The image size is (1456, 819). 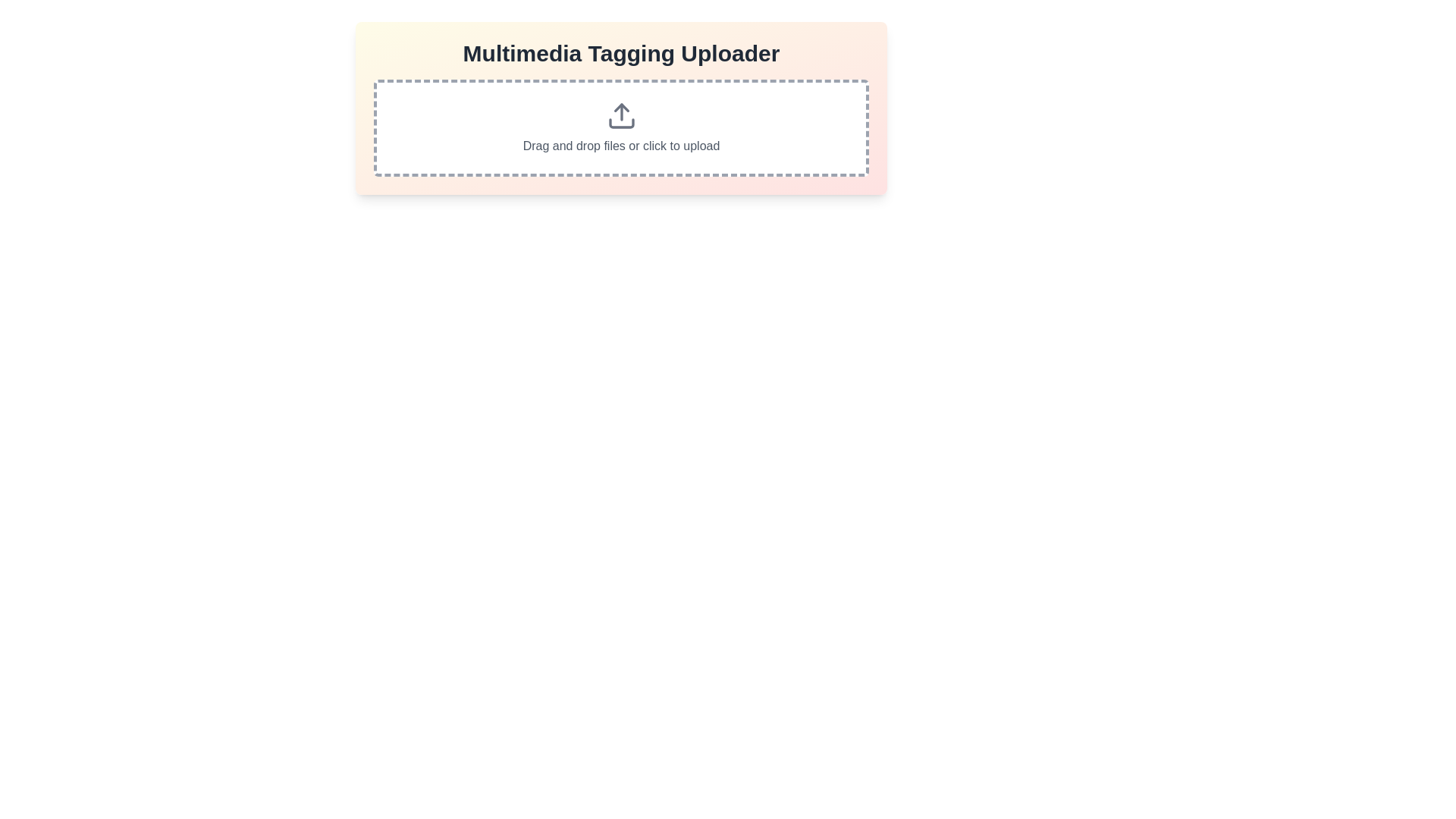 What do you see at coordinates (621, 127) in the screenshot?
I see `the file upload area located below the title 'Multimedia Tagging Uploader'` at bounding box center [621, 127].